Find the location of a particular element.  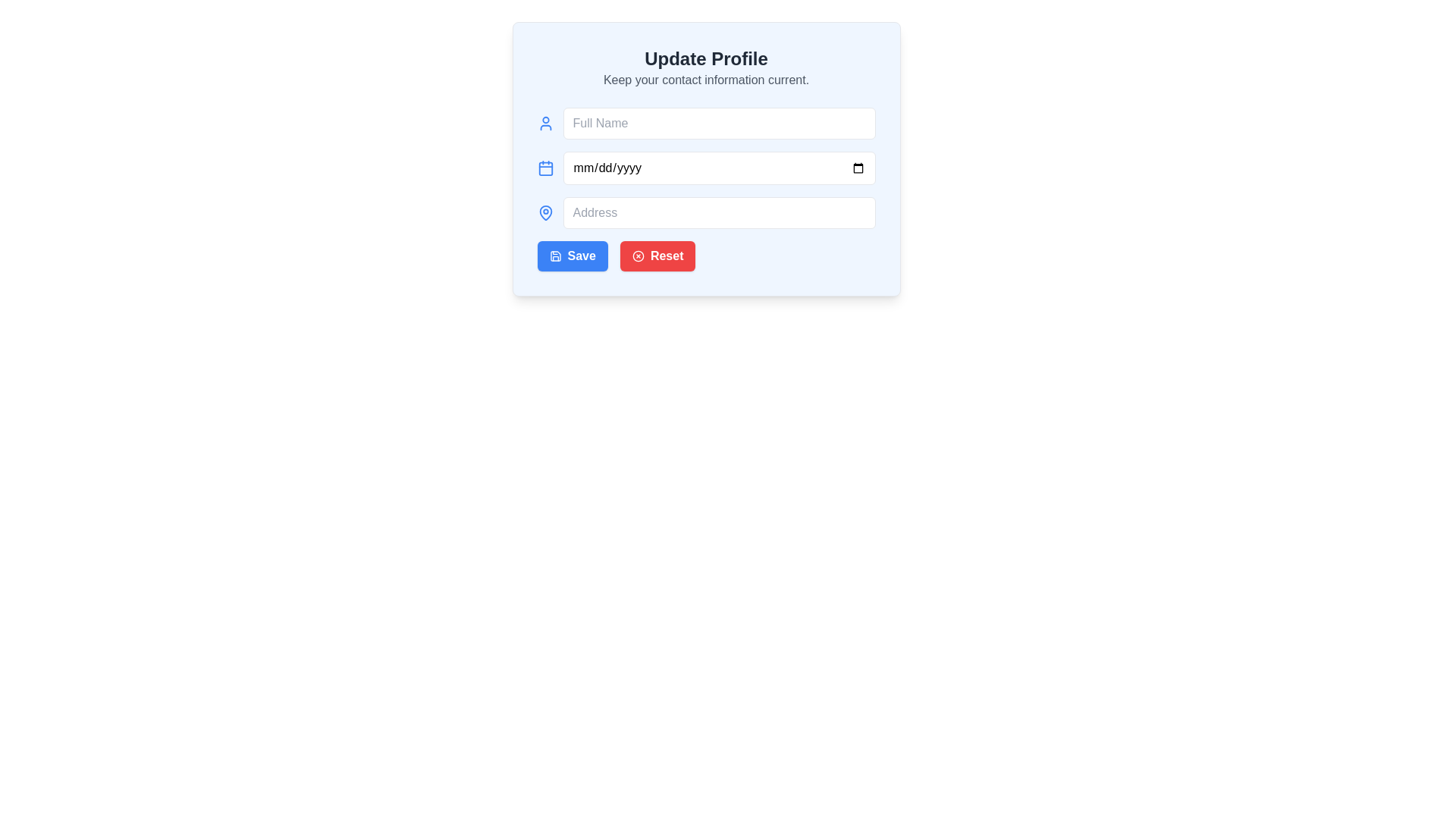

the decorative rectangular graphic element within the calendar icon located to the left of the date input field in the 'Update Profile' form is located at coordinates (545, 168).